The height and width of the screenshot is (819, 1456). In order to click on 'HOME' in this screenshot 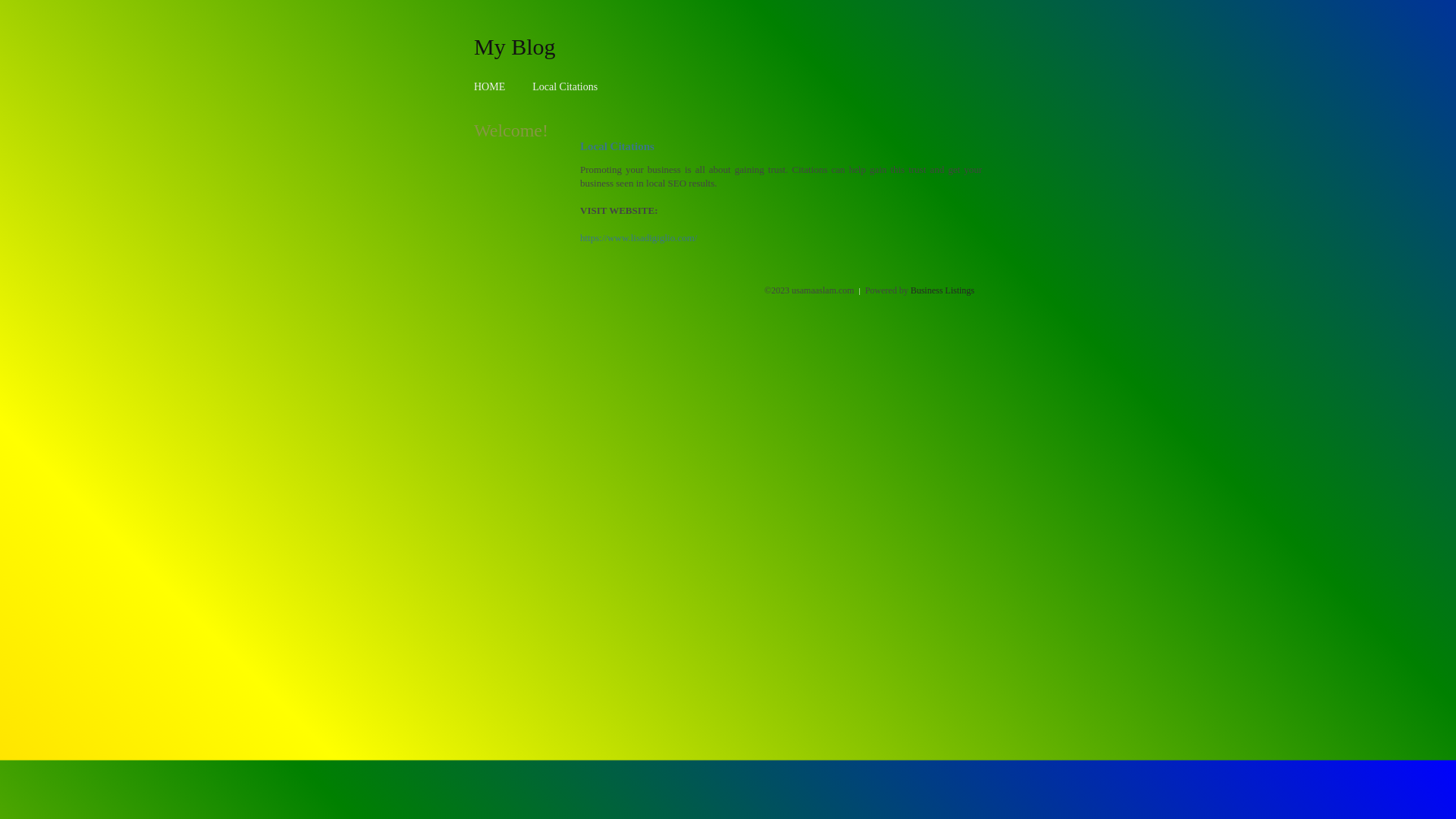, I will do `click(472, 86)`.